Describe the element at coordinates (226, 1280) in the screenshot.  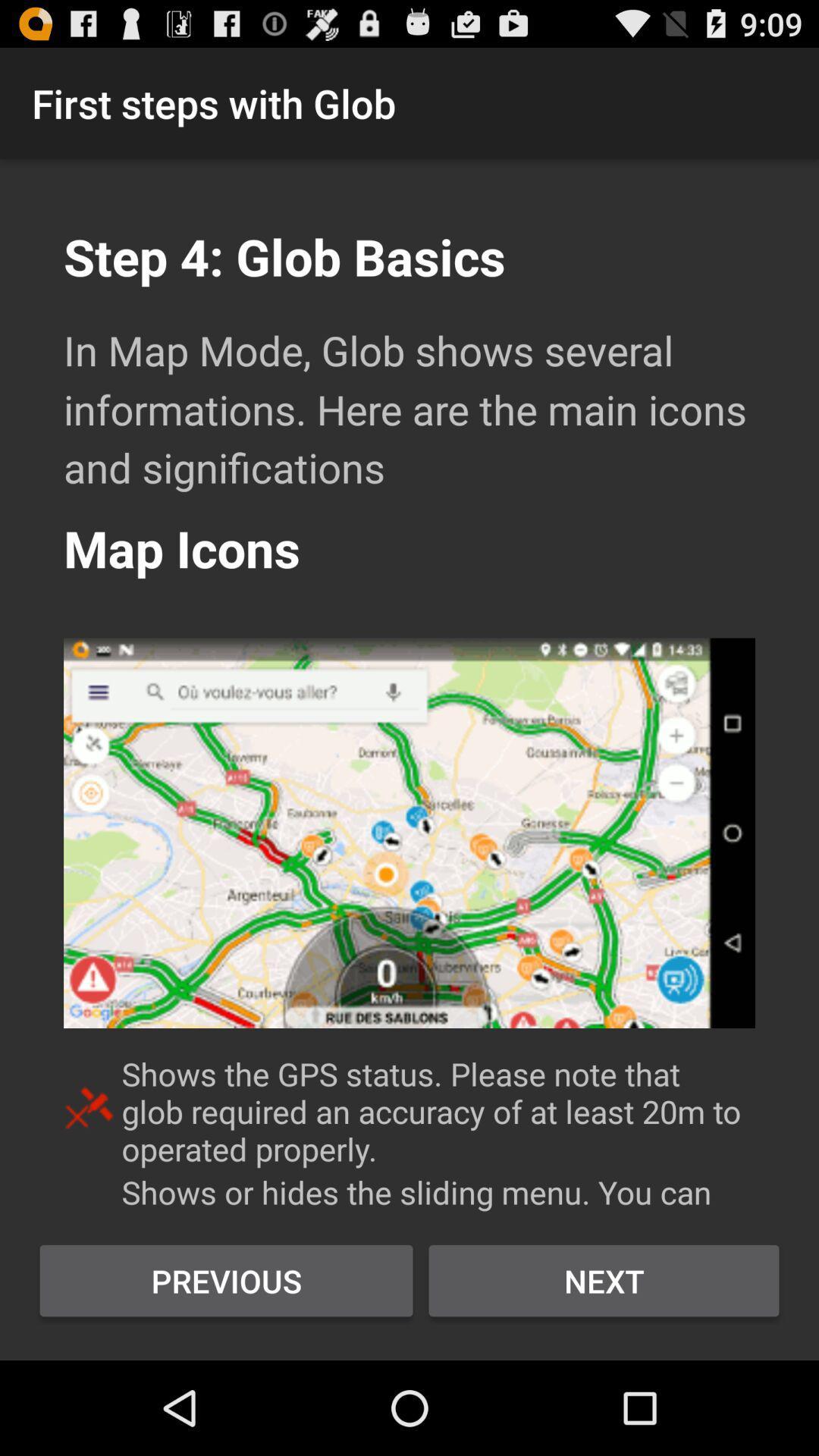
I see `the item next to the next icon` at that location.